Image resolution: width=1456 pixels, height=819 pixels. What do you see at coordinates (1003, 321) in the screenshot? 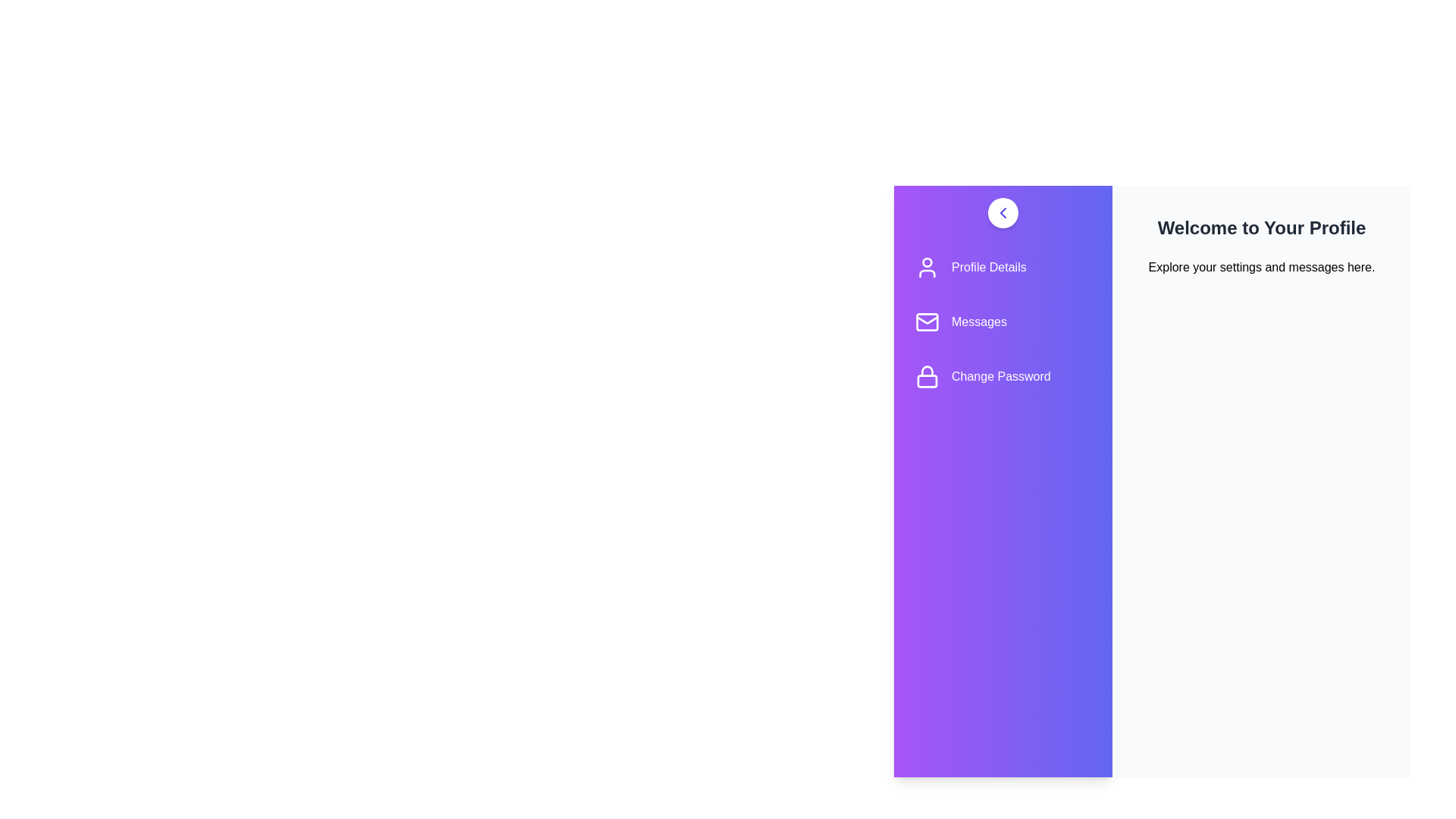
I see `the menu item Messages to observe the visual effect` at bounding box center [1003, 321].